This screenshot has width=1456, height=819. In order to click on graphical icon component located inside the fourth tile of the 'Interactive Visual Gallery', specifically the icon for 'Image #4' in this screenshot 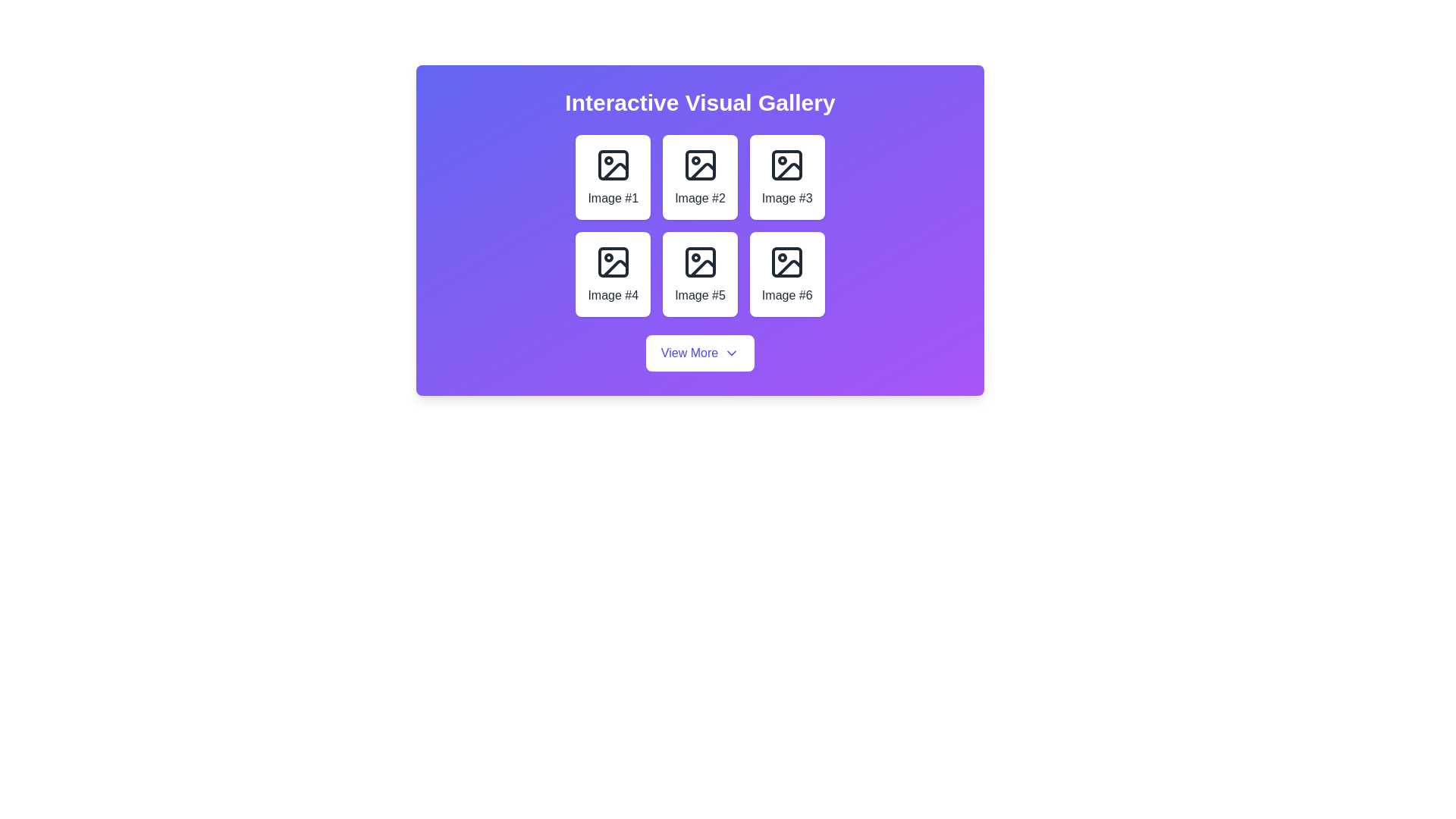, I will do `click(613, 262)`.